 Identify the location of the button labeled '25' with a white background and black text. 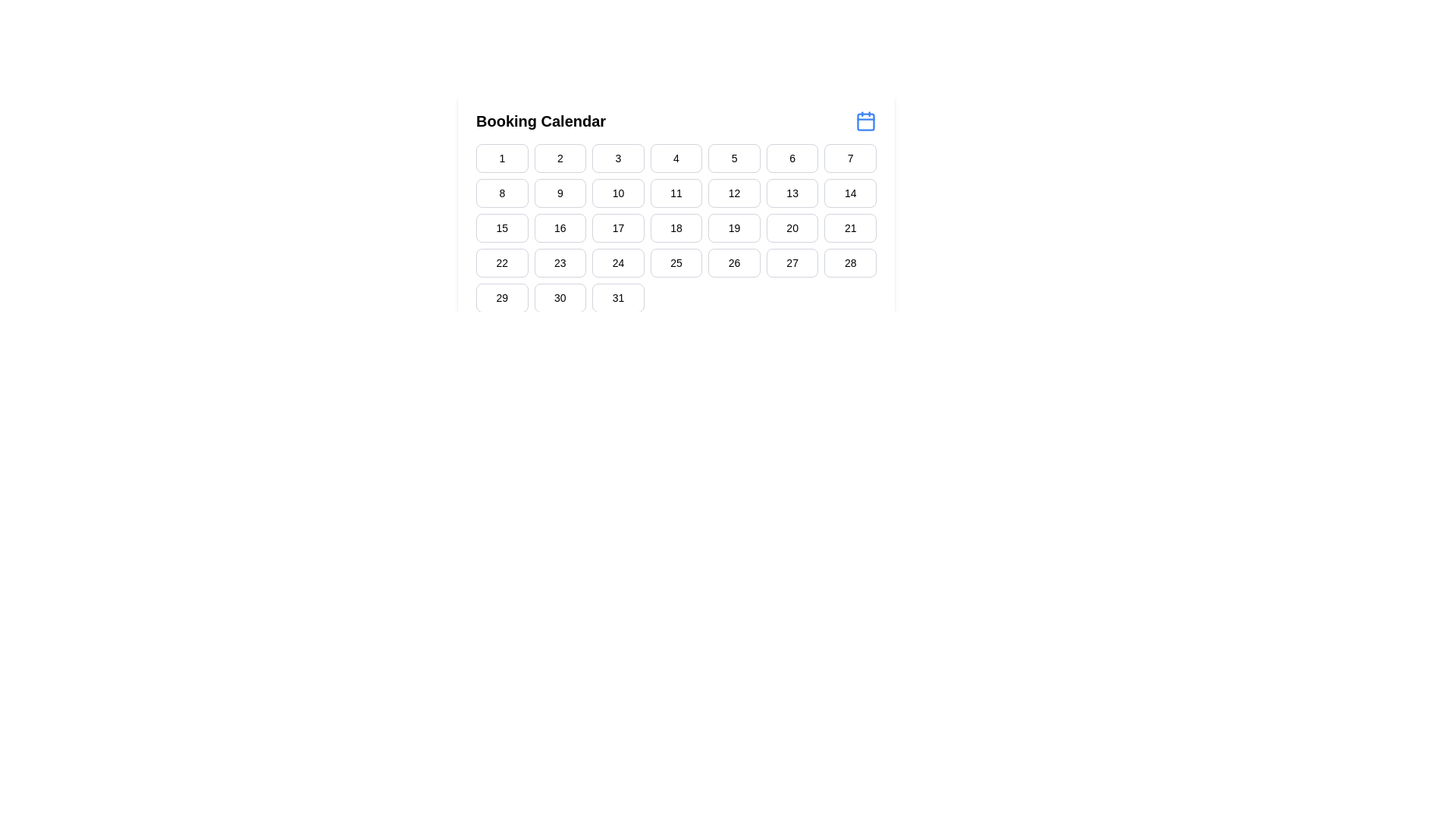
(676, 262).